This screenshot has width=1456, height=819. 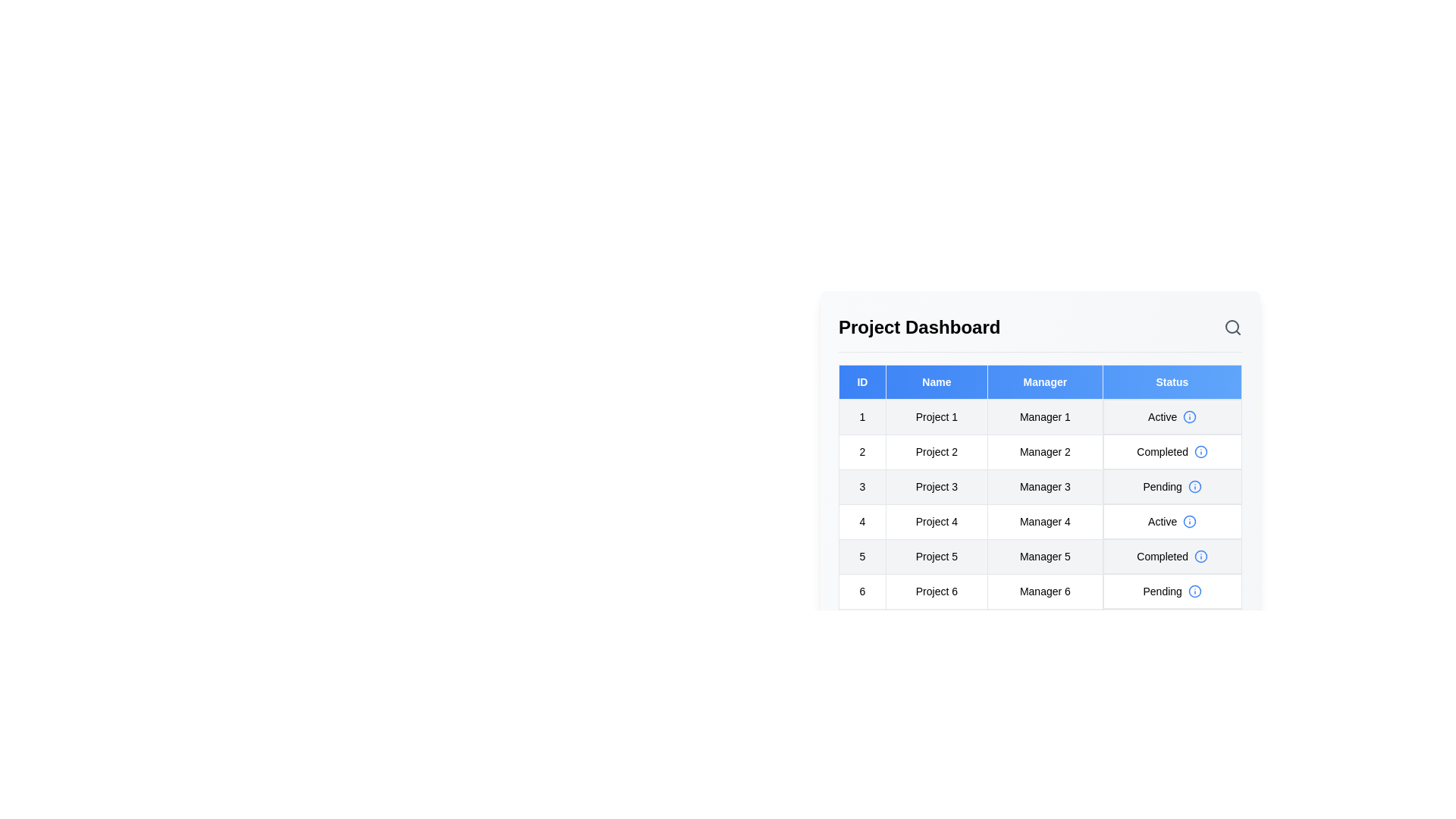 I want to click on the information icon for the status of project 3, so click(x=1193, y=486).